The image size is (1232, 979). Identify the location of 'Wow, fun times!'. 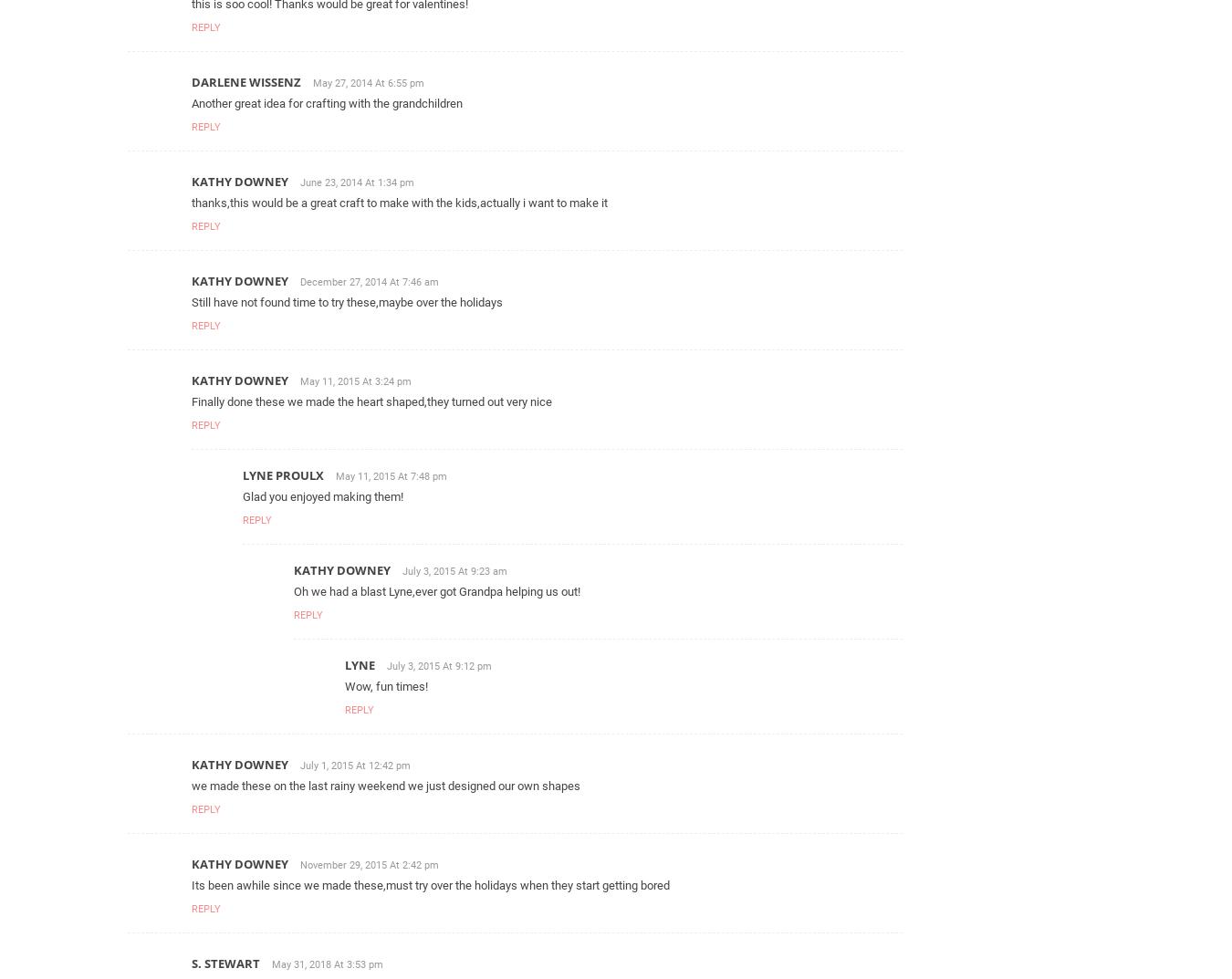
(386, 684).